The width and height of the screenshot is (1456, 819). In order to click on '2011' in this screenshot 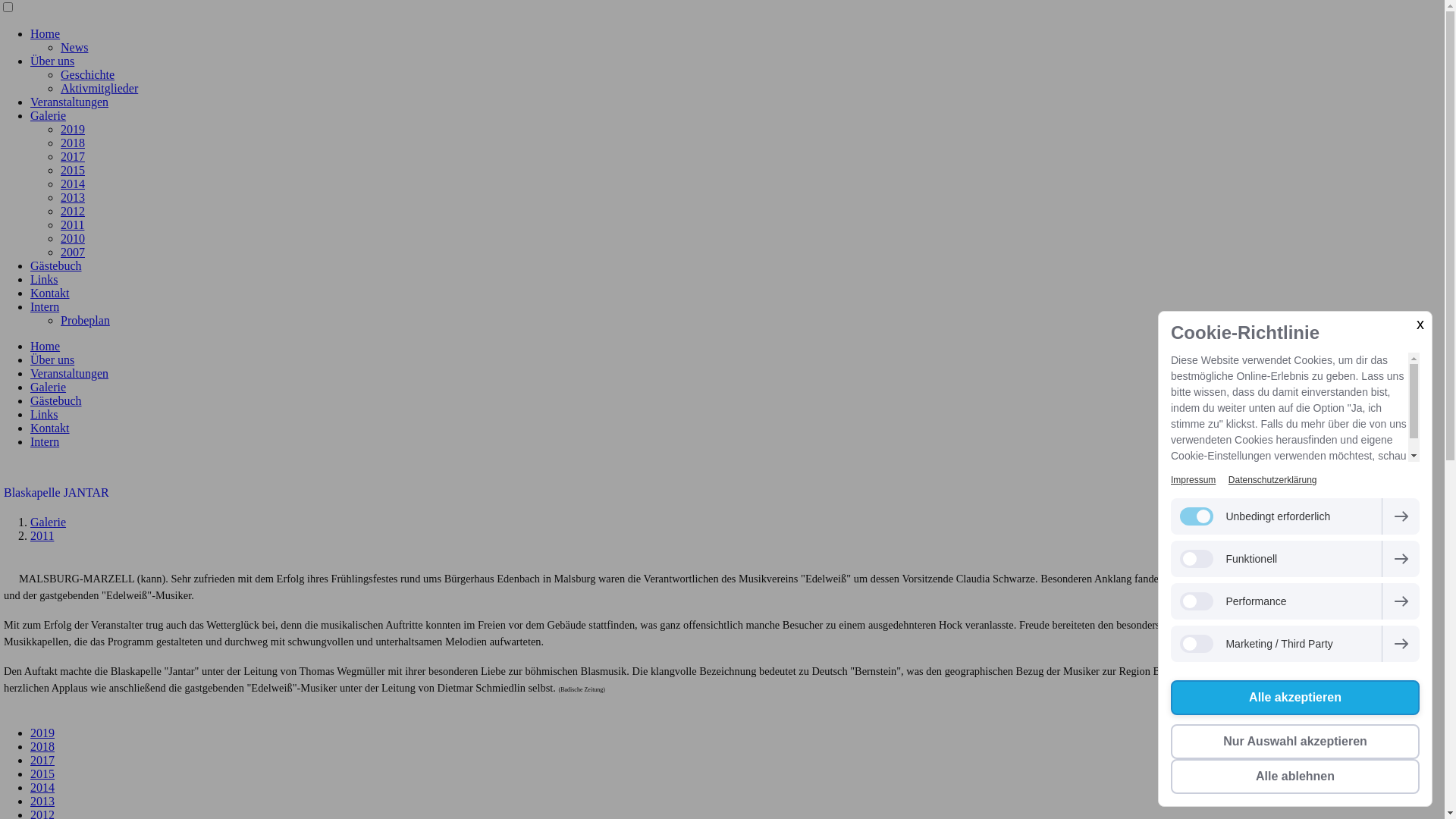, I will do `click(71, 224)`.